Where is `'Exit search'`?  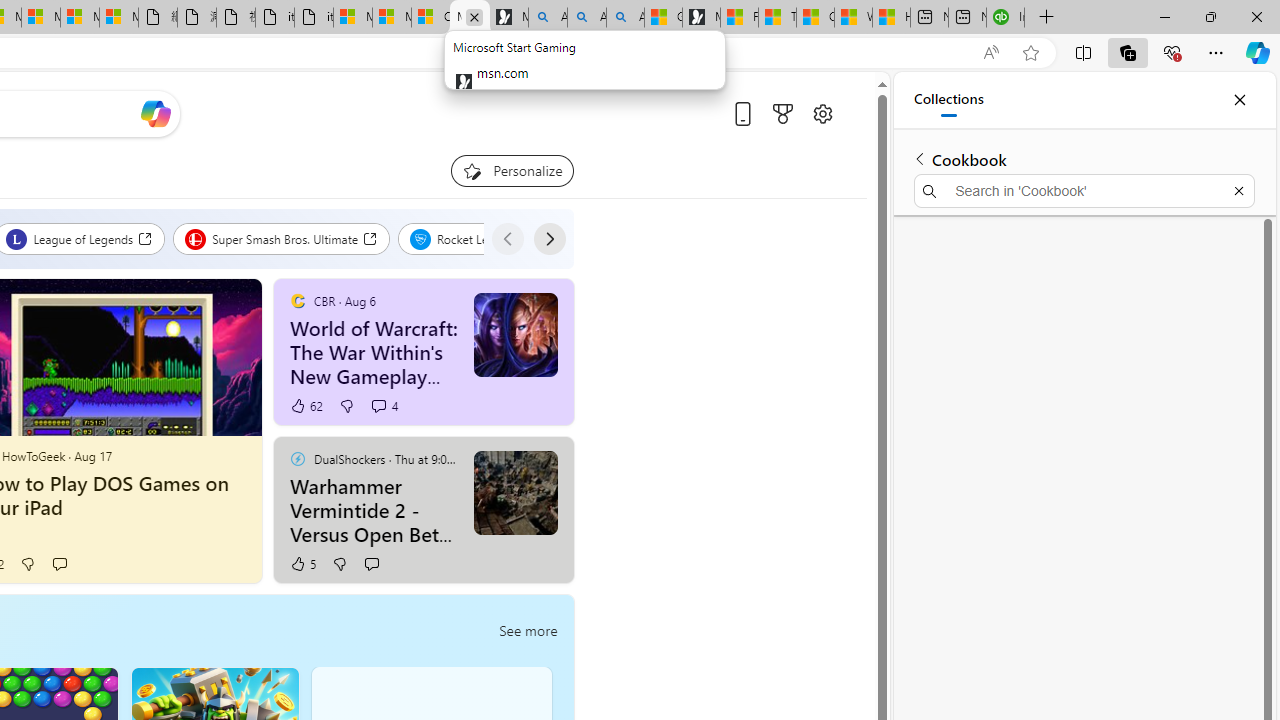 'Exit search' is located at coordinates (1238, 191).